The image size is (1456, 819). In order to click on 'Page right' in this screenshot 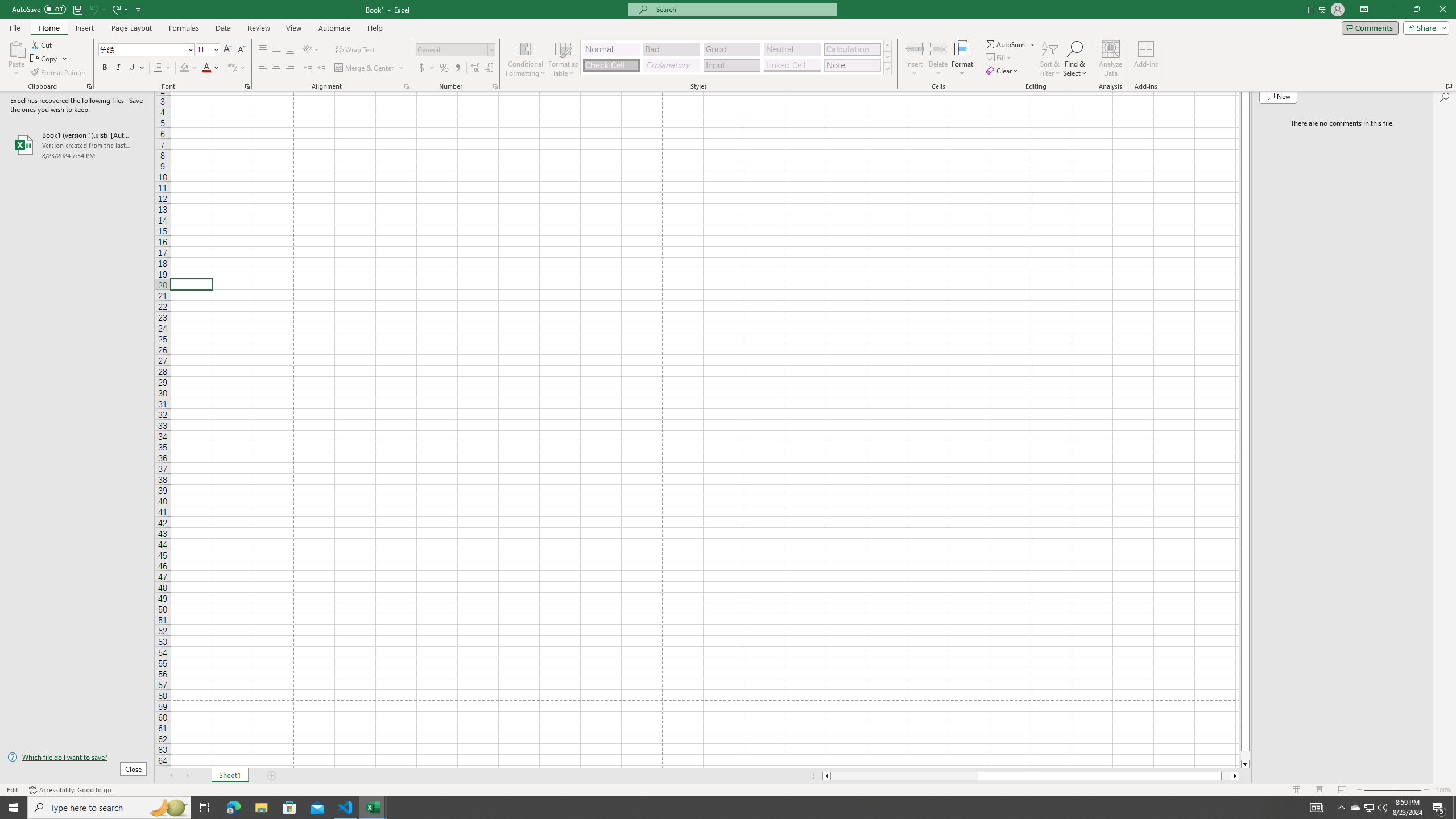, I will do `click(1226, 775)`.